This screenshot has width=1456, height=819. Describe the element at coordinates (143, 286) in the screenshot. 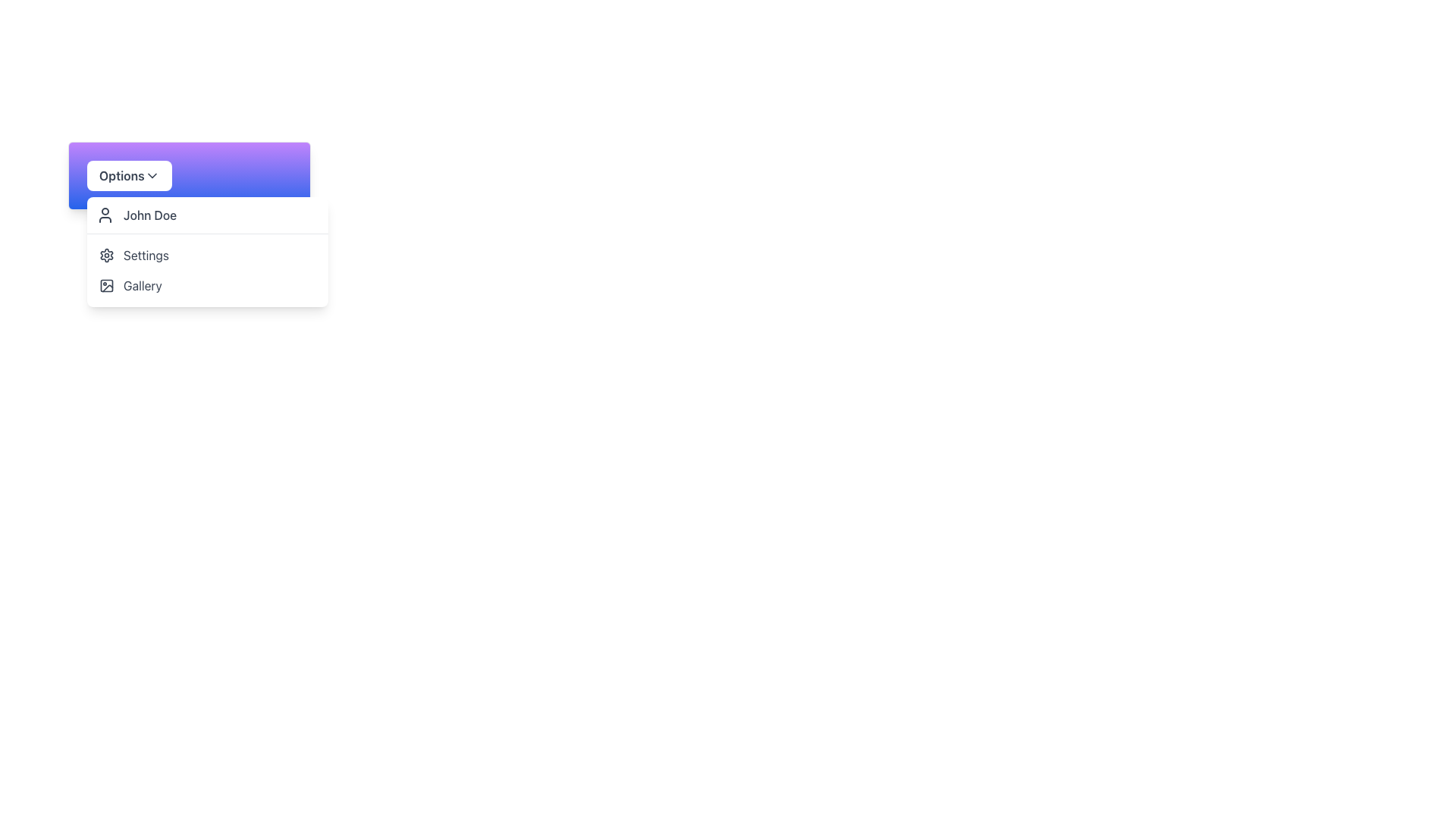

I see `the 'Gallery' text label in the dropdown menu` at that location.